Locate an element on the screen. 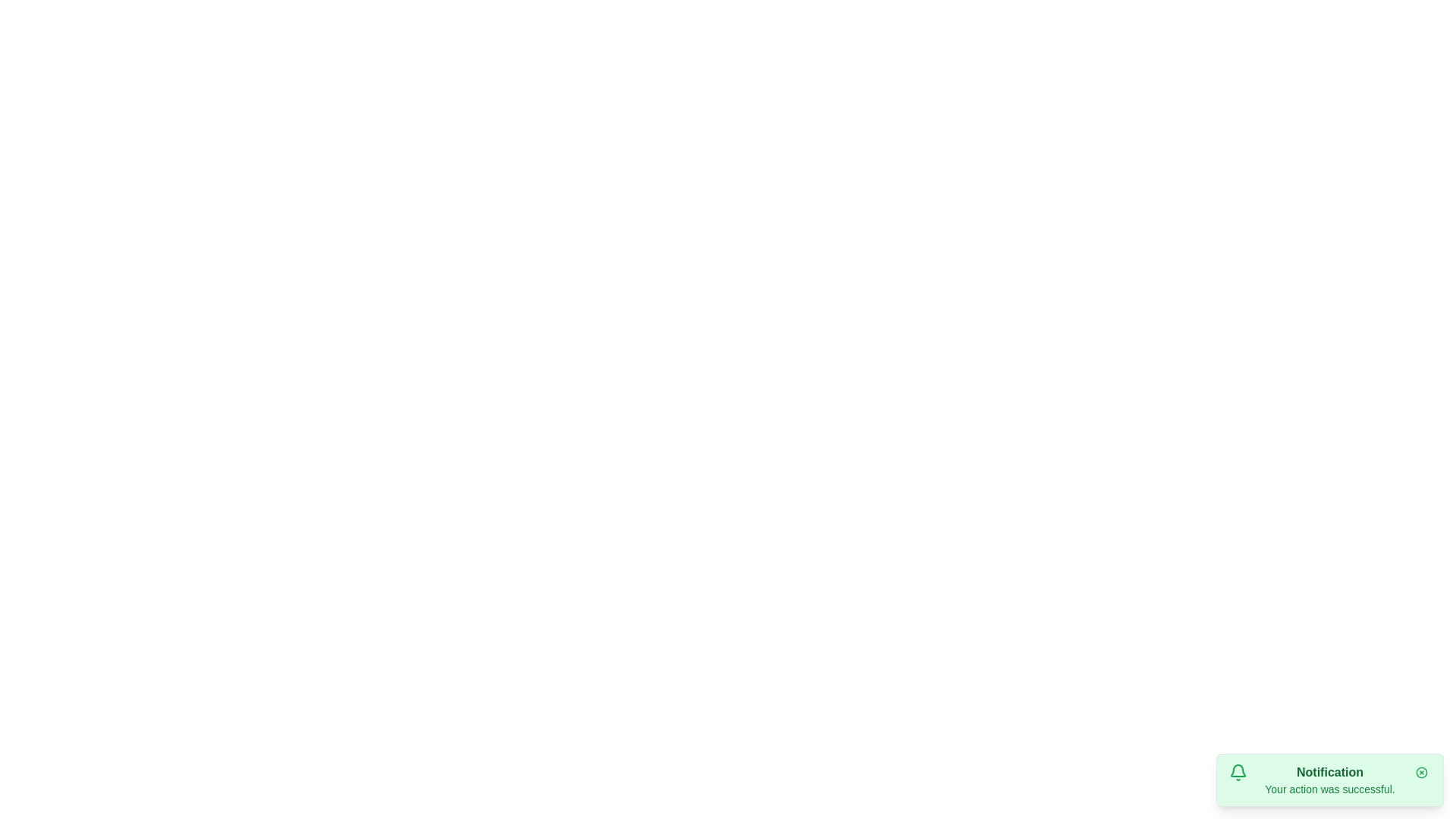  the notification icon to interact with it is located at coordinates (1238, 772).